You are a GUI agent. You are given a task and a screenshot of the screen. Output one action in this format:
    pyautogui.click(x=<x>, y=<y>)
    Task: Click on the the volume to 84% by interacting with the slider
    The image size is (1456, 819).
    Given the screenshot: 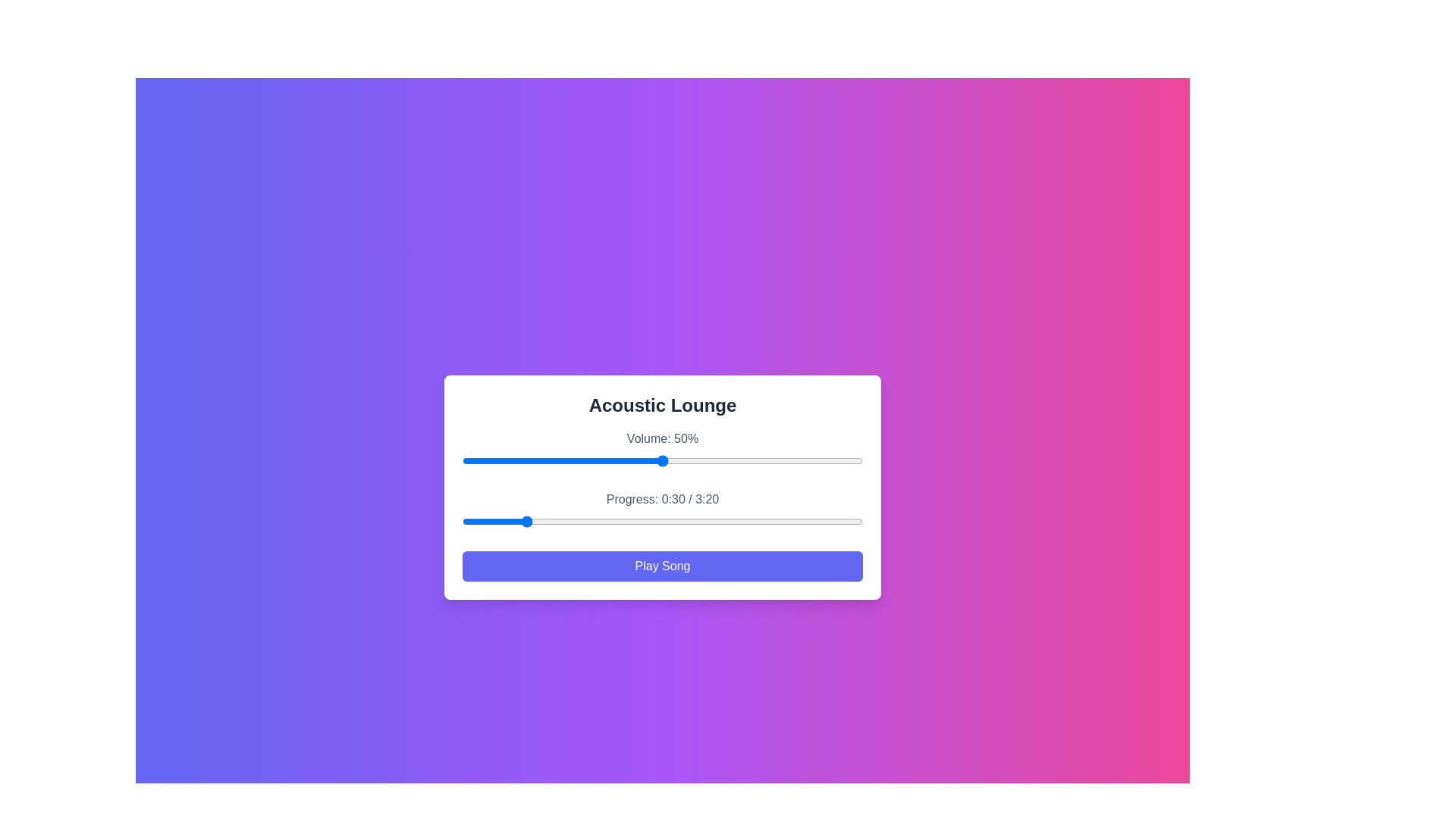 What is the action you would take?
    pyautogui.click(x=798, y=460)
    